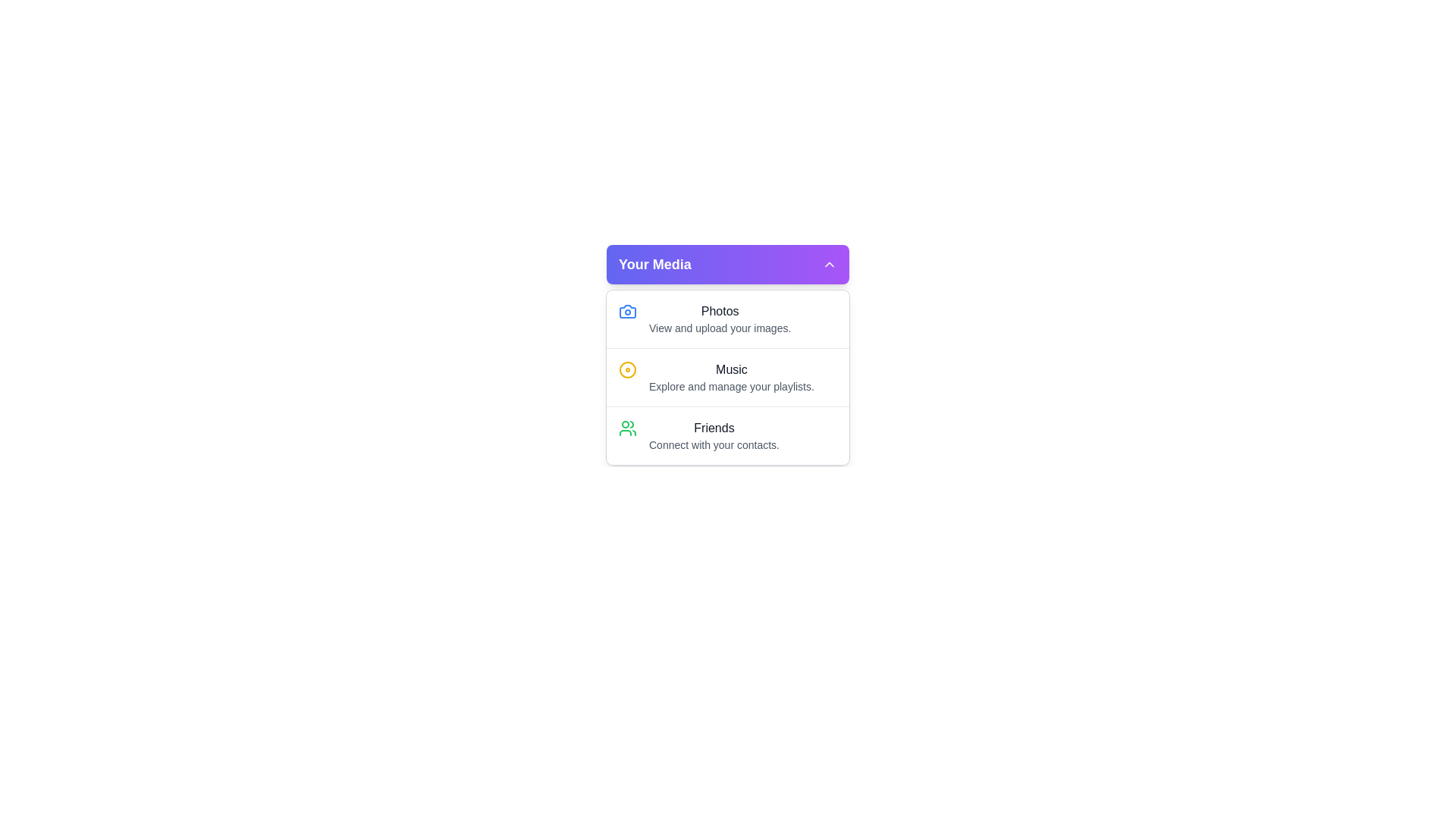 The height and width of the screenshot is (819, 1456). Describe the element at coordinates (728, 376) in the screenshot. I see `the second menu item` at that location.